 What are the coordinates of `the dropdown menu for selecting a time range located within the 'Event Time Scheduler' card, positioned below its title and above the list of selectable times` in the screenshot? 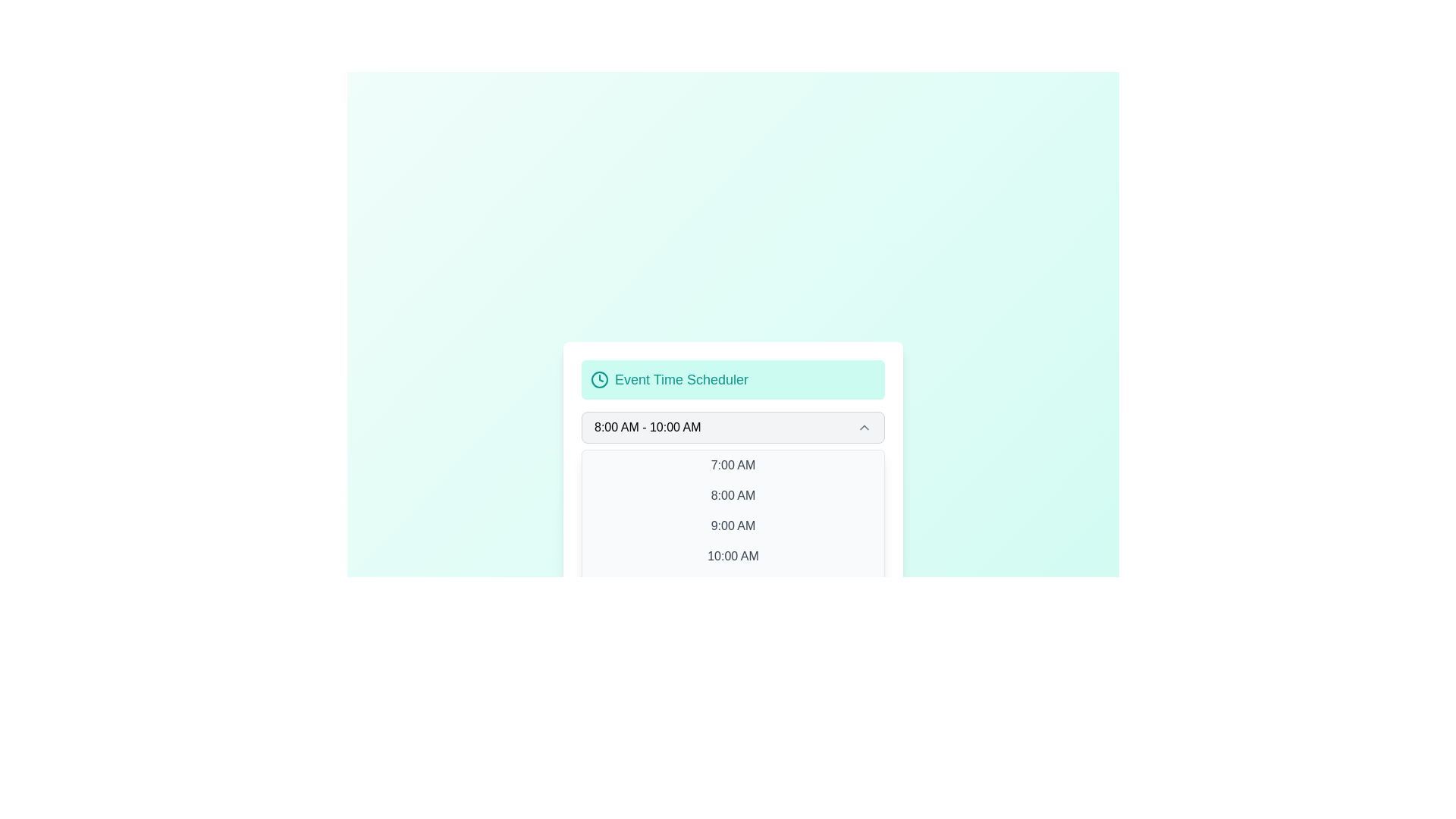 It's located at (733, 427).